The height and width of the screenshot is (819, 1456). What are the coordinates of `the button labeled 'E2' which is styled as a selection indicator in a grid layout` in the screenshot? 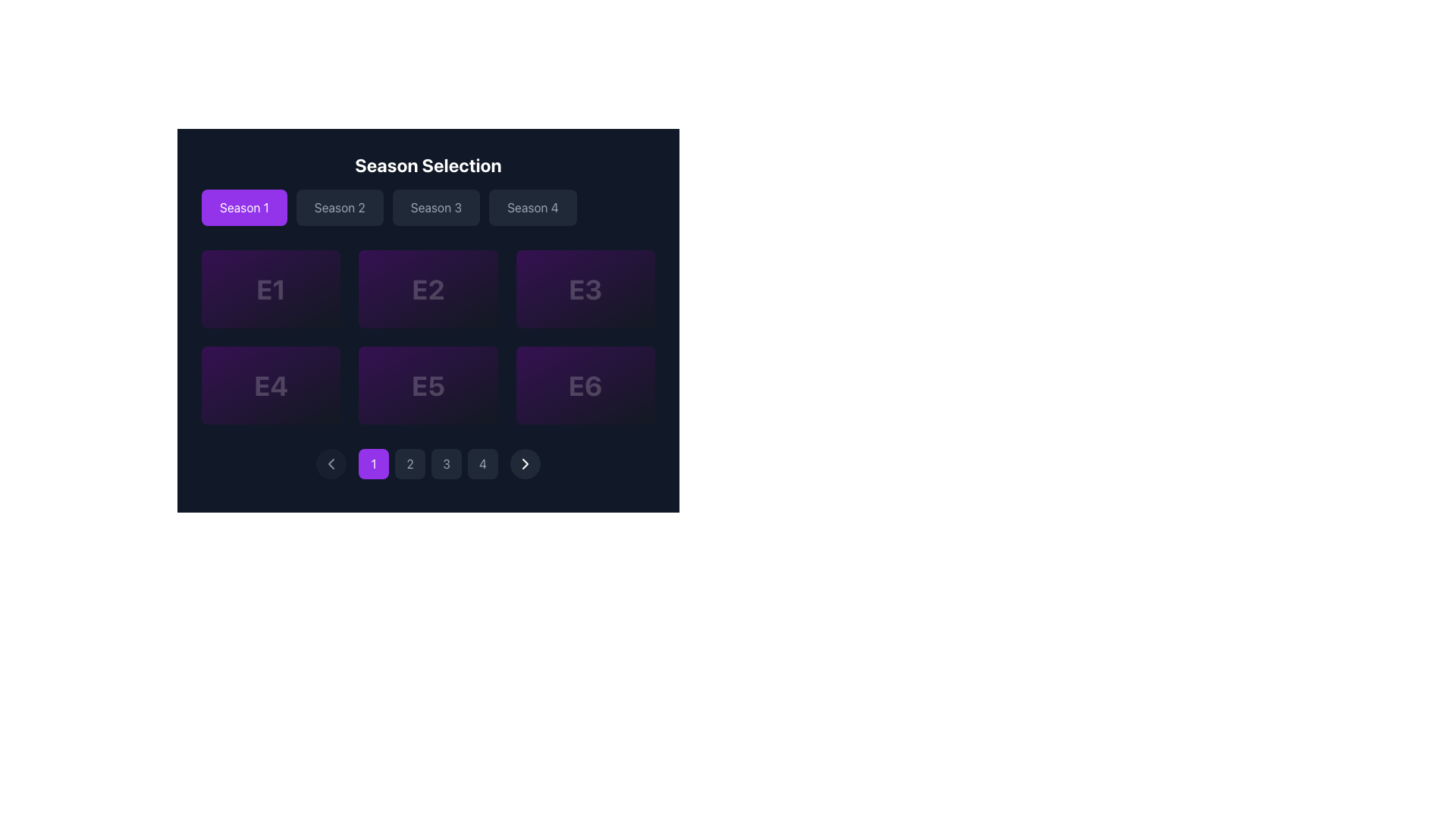 It's located at (428, 289).